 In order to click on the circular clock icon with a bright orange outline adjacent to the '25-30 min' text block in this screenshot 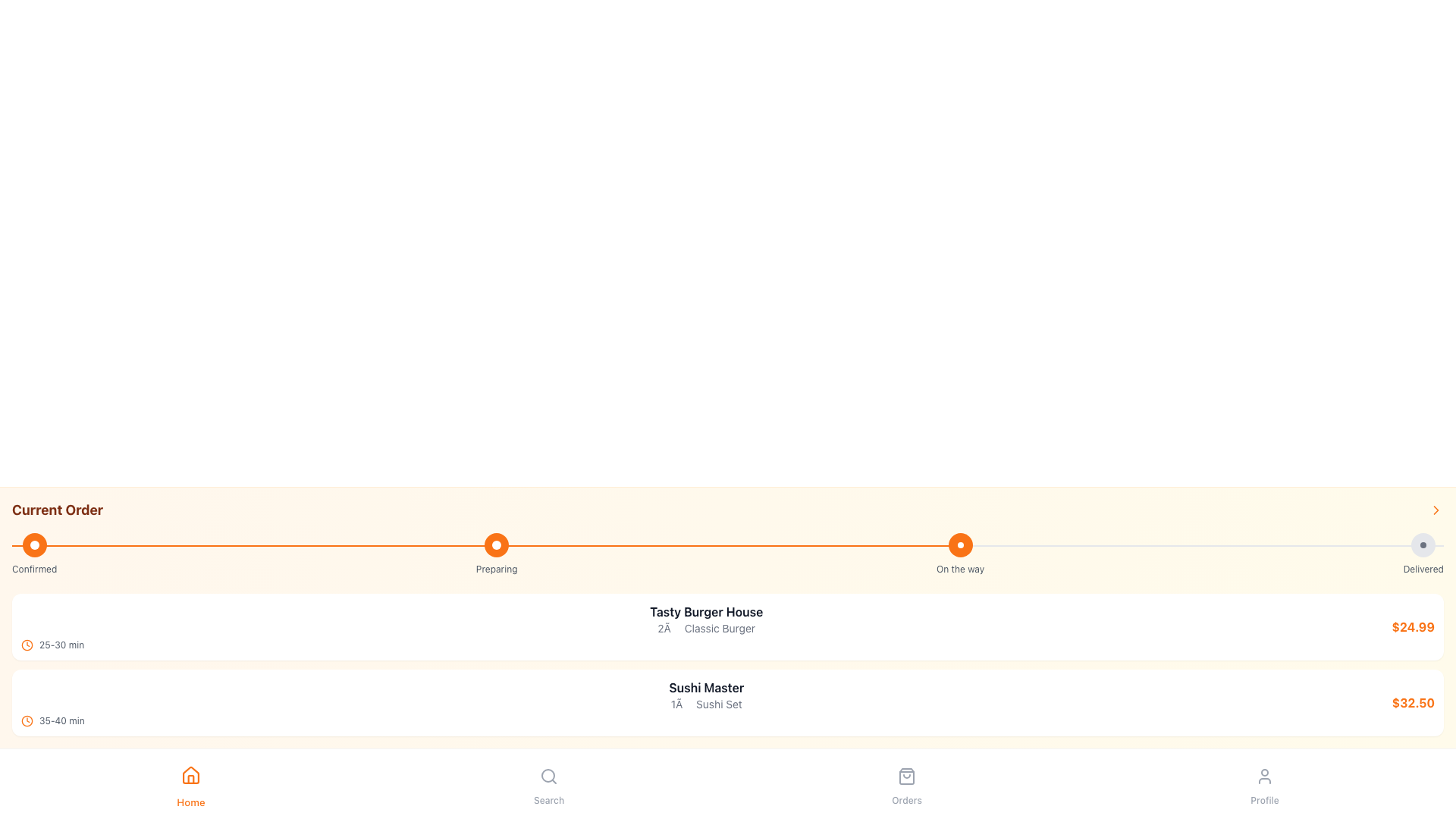, I will do `click(27, 645)`.